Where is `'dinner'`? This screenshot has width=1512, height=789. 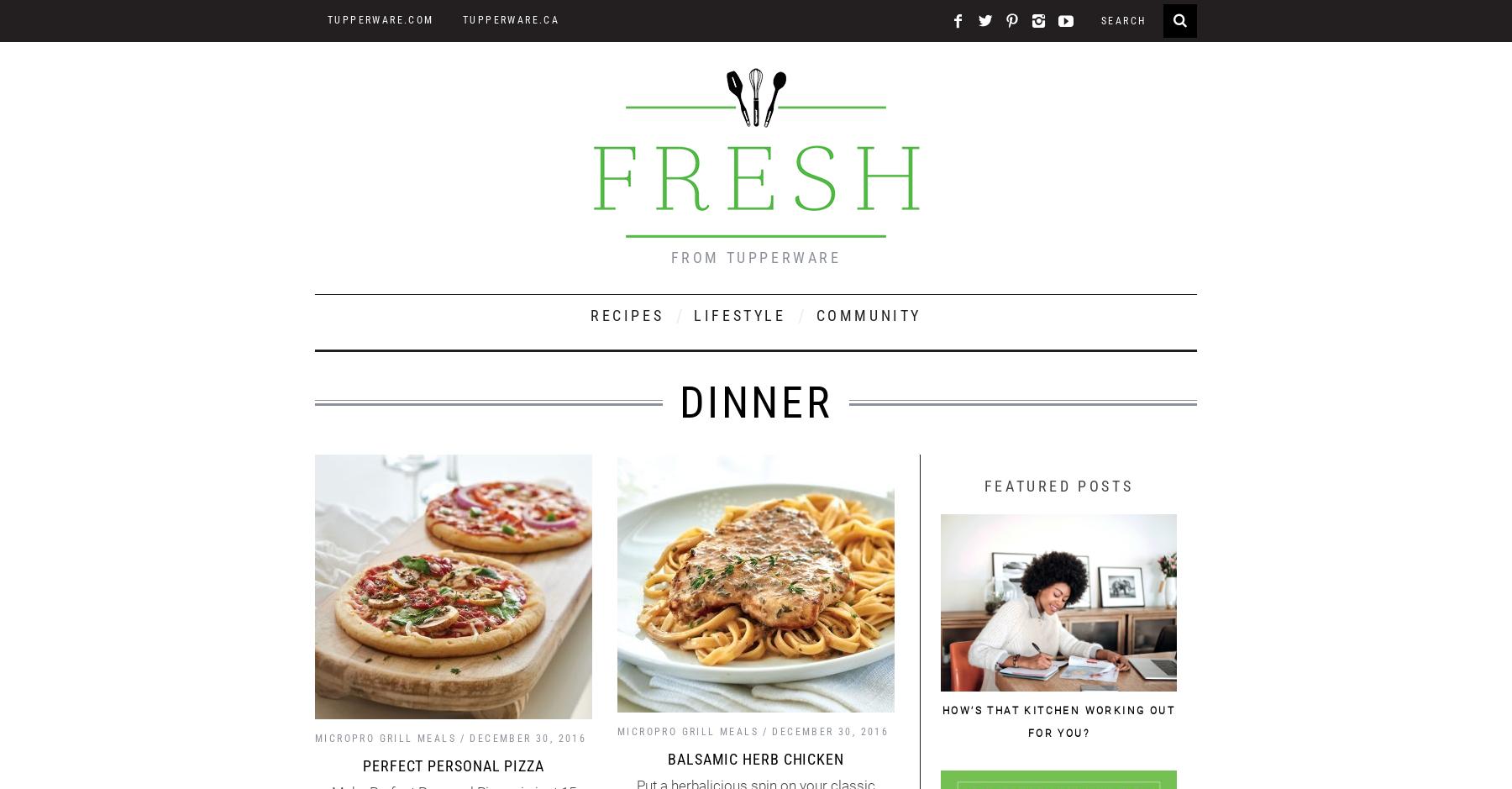
'dinner' is located at coordinates (755, 401).